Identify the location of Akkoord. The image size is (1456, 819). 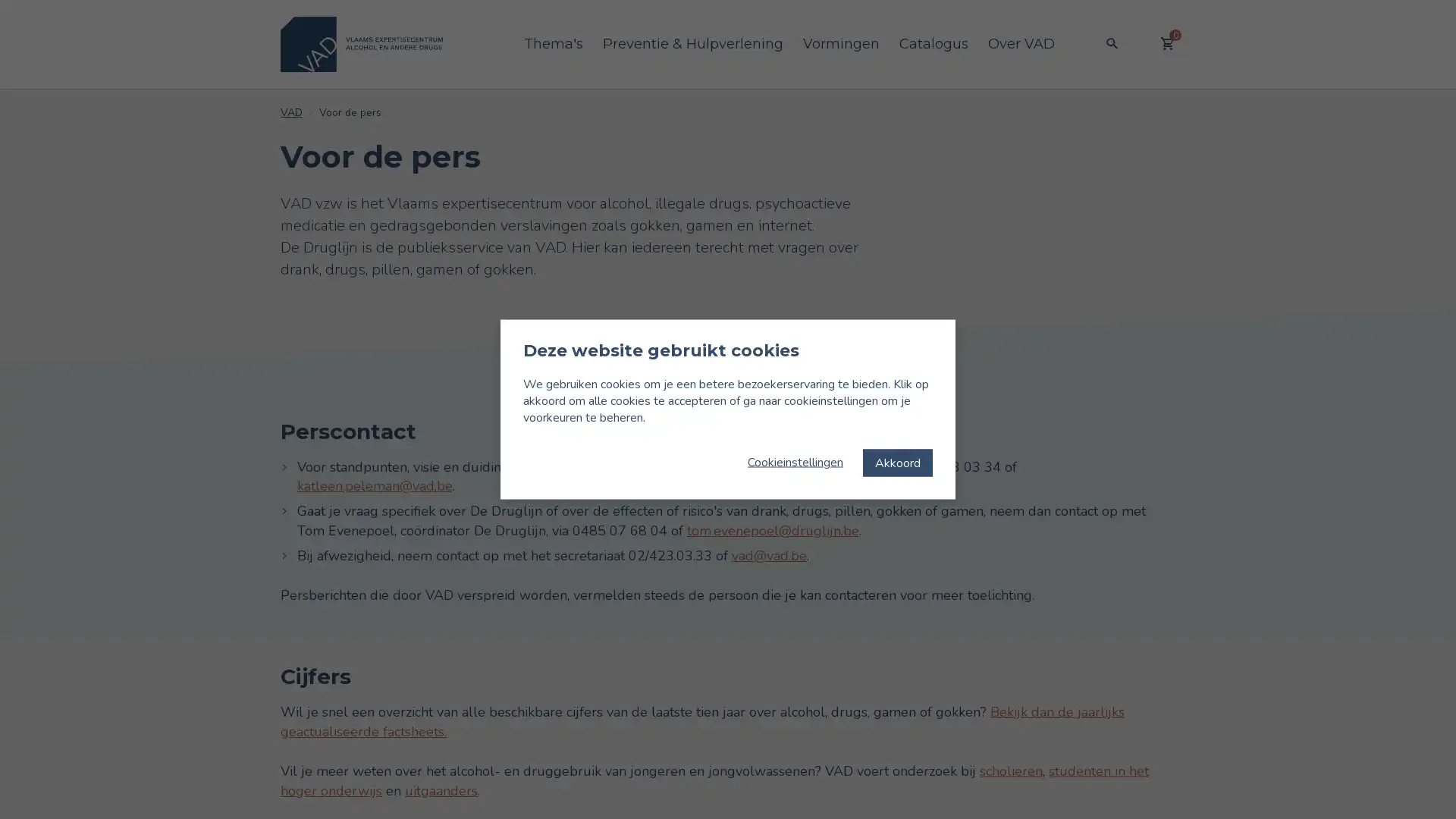
(898, 461).